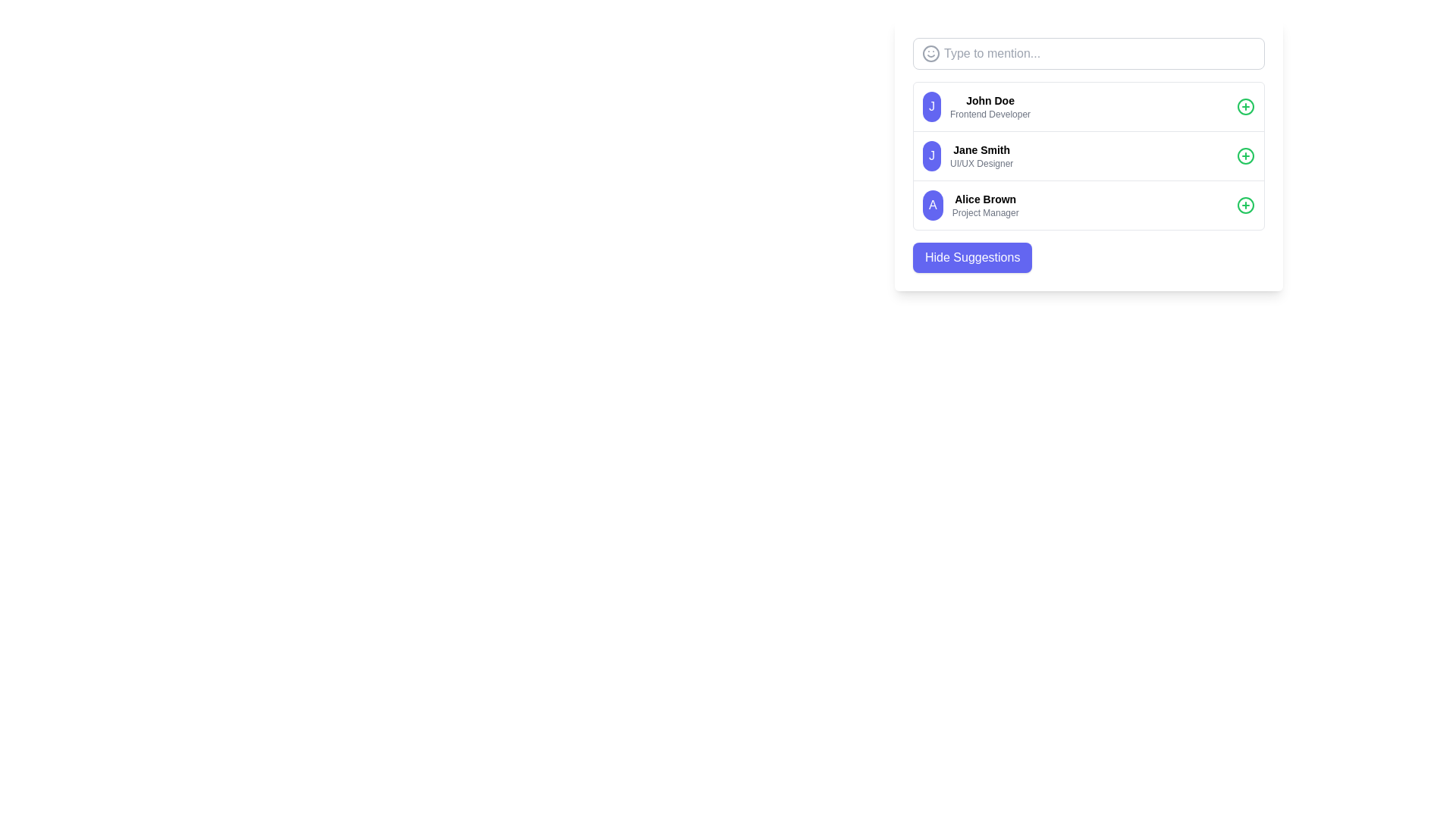  I want to click on the circular Avatar button with a purple background and a white letter 'J' for 'Jane Smith', located in the top-right section of the layout, so click(930, 155).